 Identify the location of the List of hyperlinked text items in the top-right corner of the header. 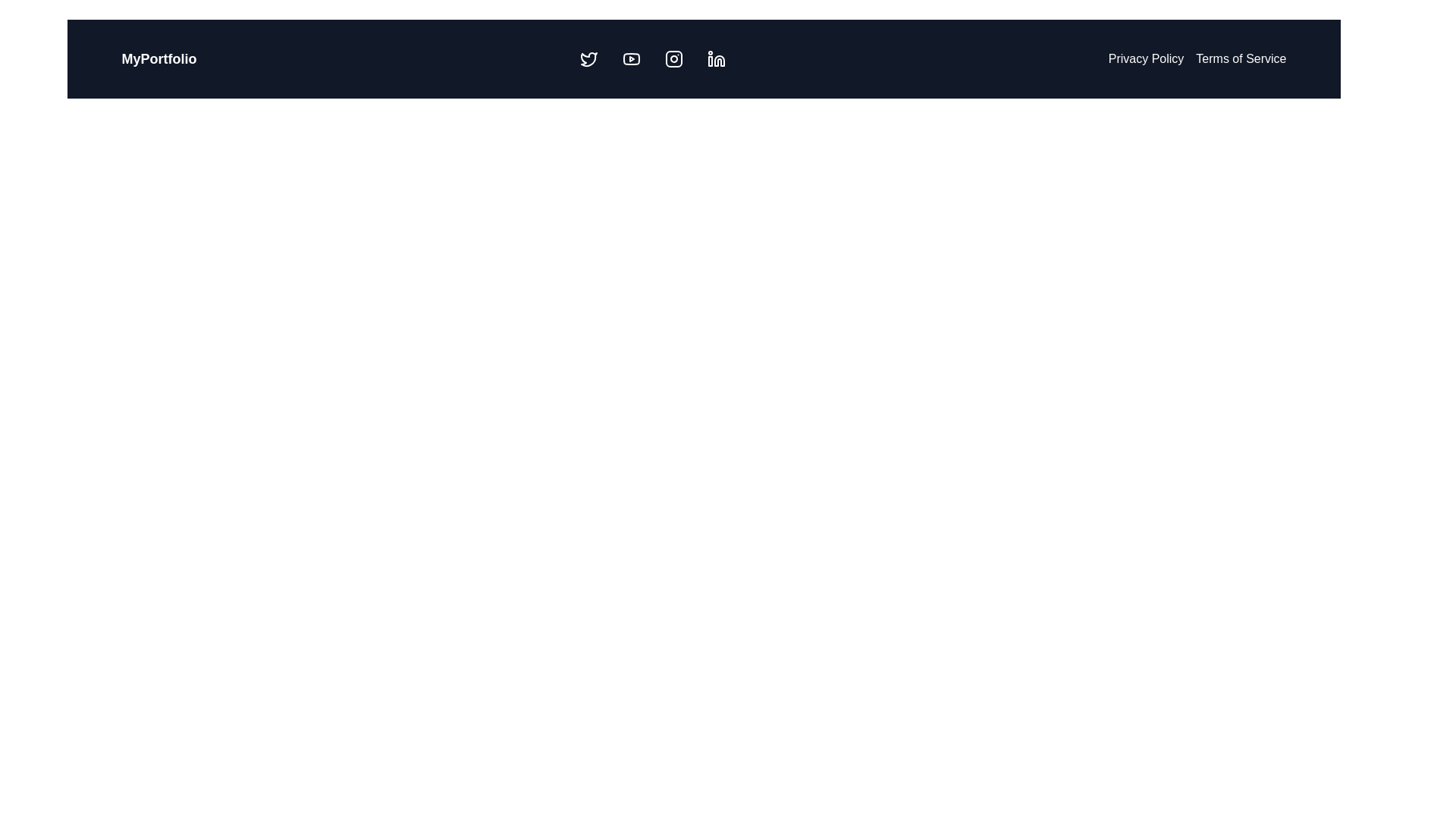
(1197, 58).